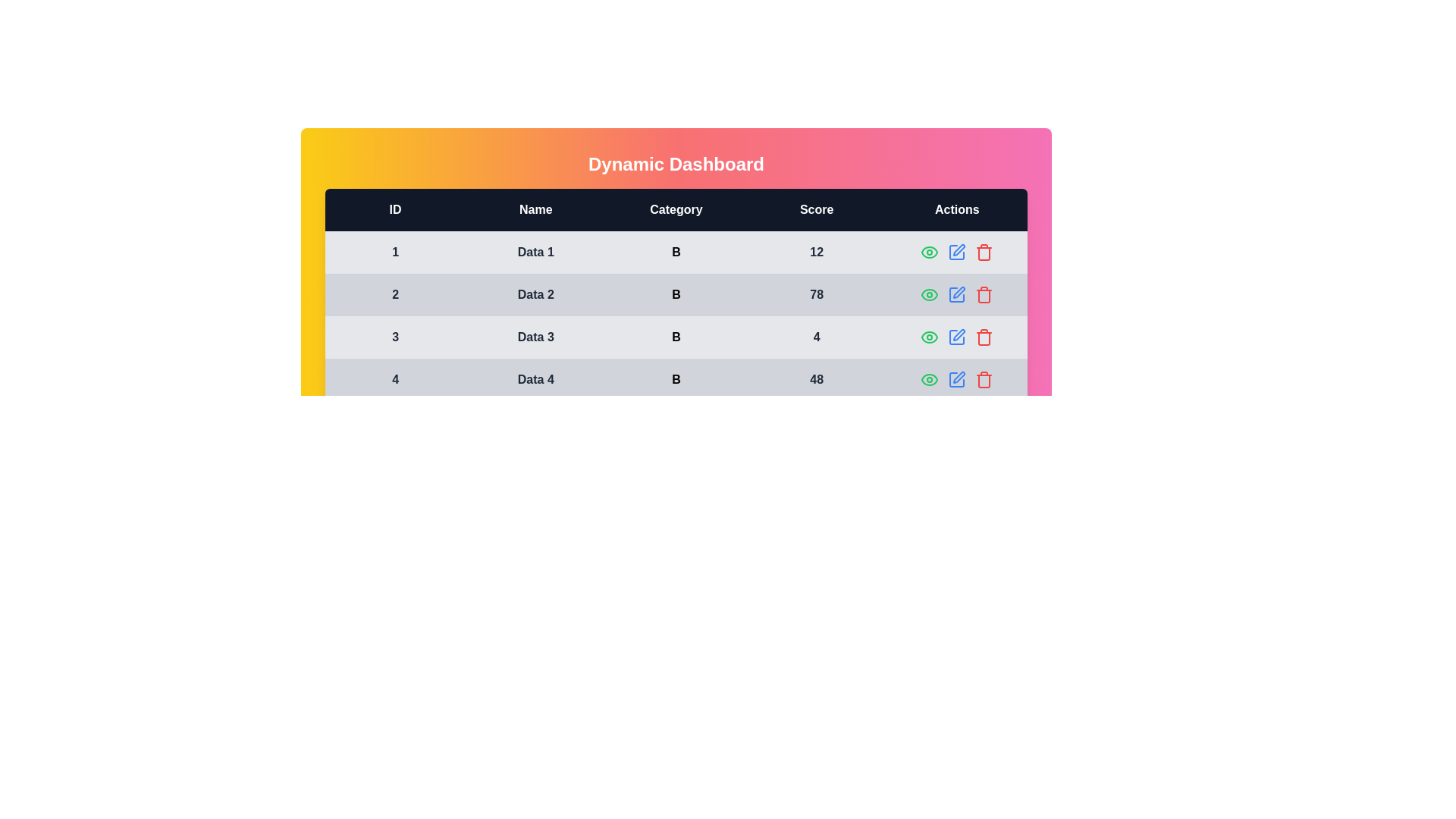  What do you see at coordinates (676, 336) in the screenshot?
I see `the row corresponding to 3` at bounding box center [676, 336].